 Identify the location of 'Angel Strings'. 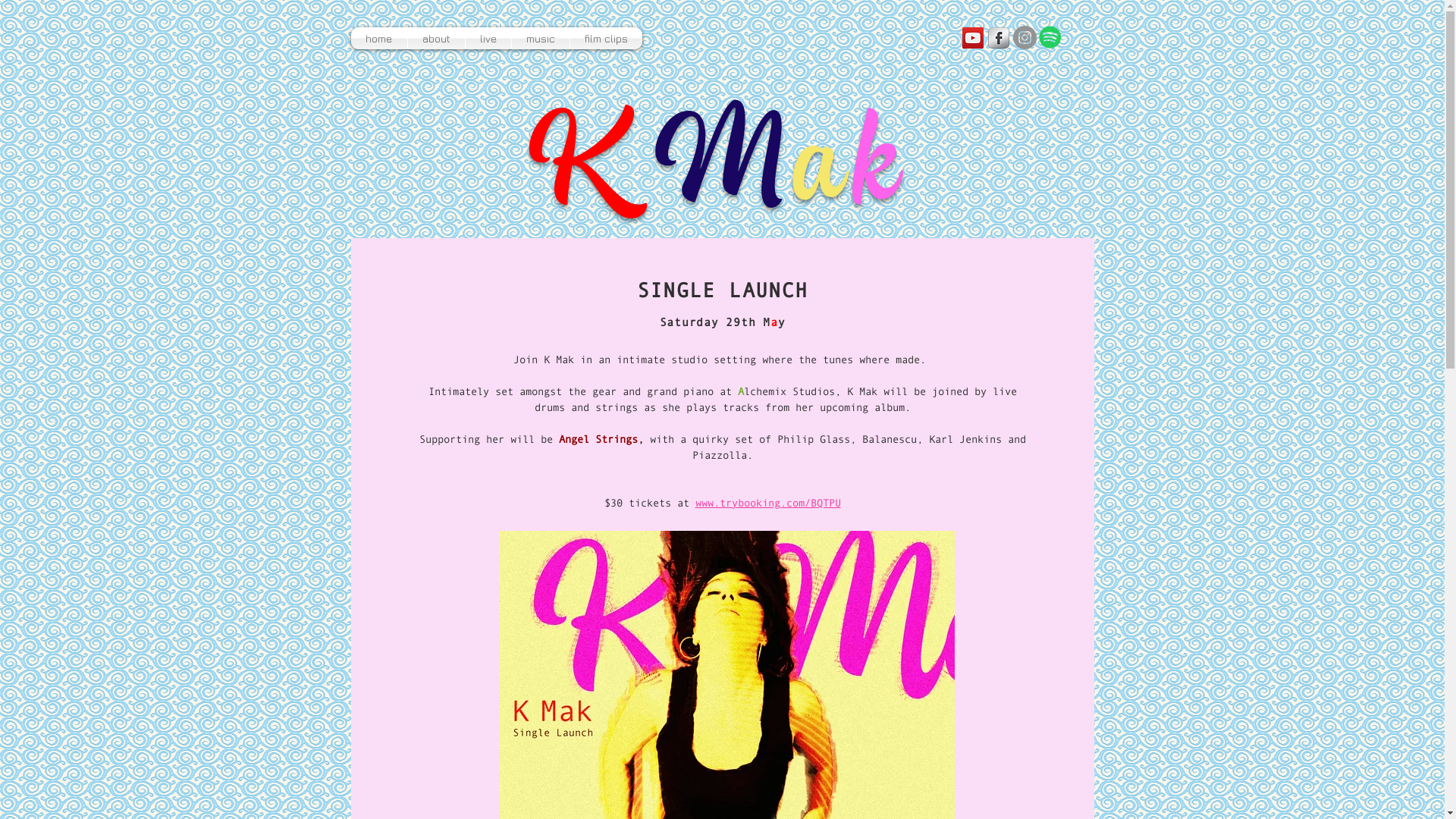
(596, 438).